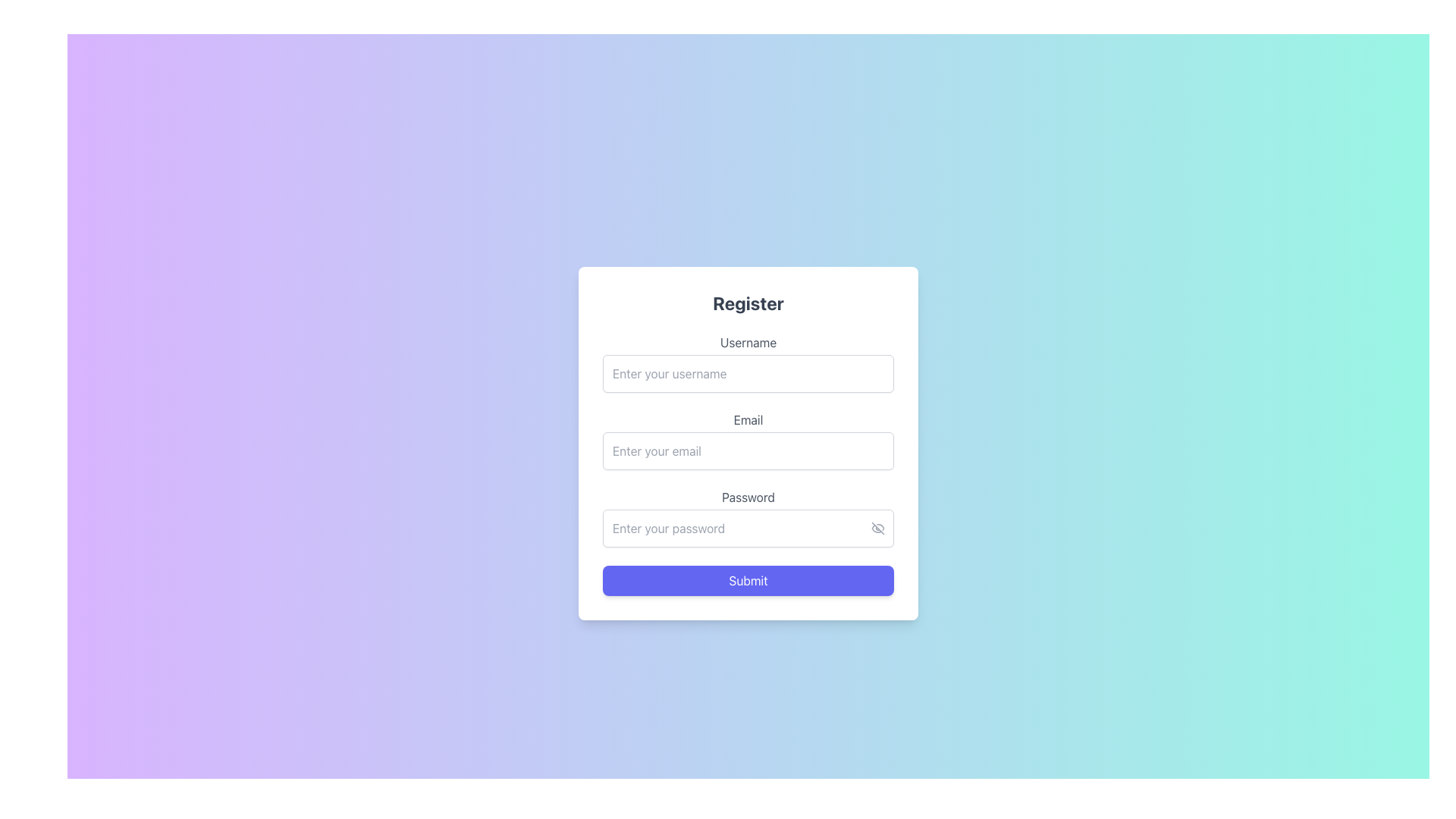 Image resolution: width=1456 pixels, height=819 pixels. I want to click on the 'Email Address' label located above the email input field in the 'Register' form, so click(748, 420).